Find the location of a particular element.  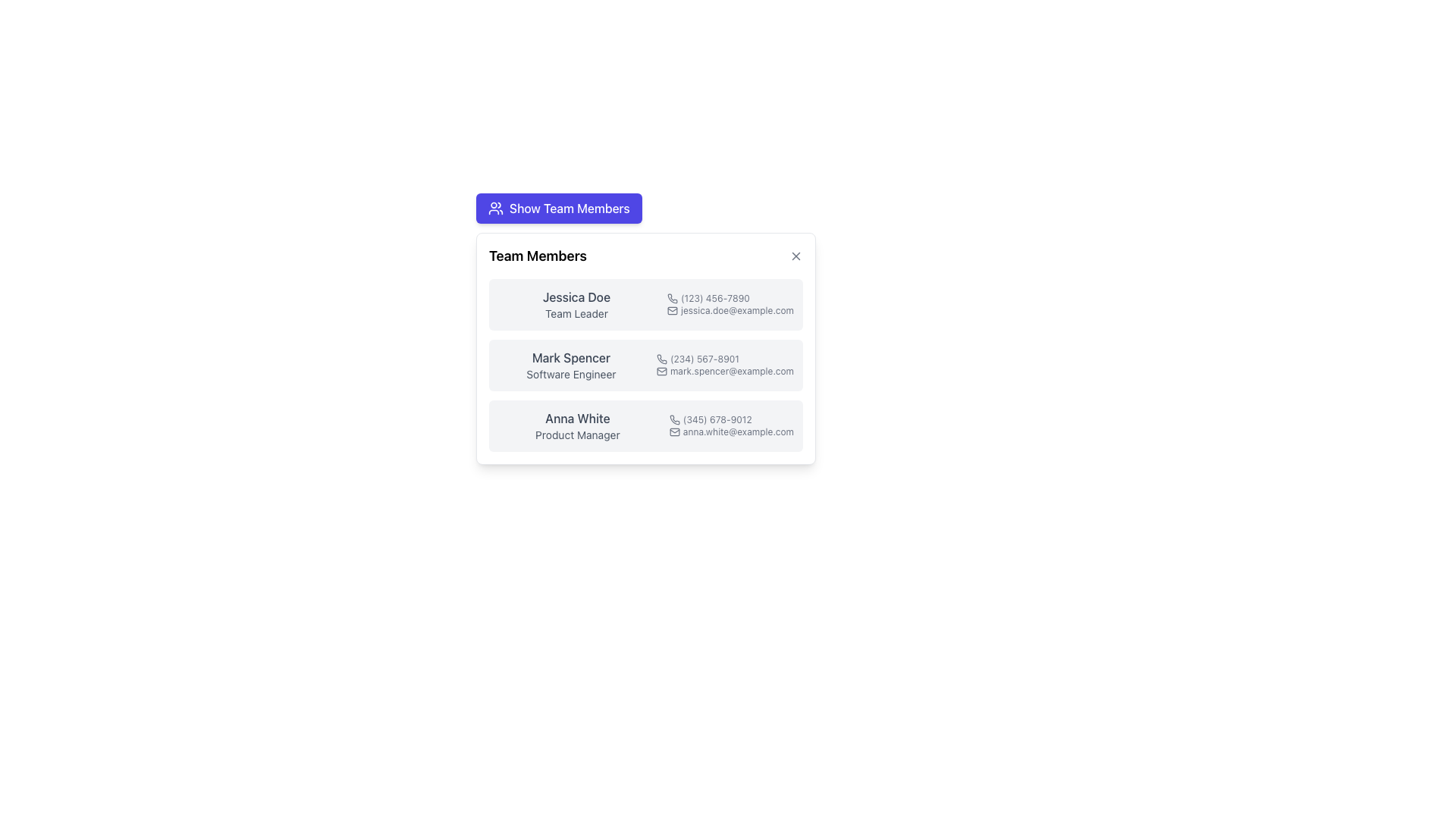

the text label displaying 'Anna White' in the 'Team Members' section, which is the first line of the third entry in the list is located at coordinates (576, 418).